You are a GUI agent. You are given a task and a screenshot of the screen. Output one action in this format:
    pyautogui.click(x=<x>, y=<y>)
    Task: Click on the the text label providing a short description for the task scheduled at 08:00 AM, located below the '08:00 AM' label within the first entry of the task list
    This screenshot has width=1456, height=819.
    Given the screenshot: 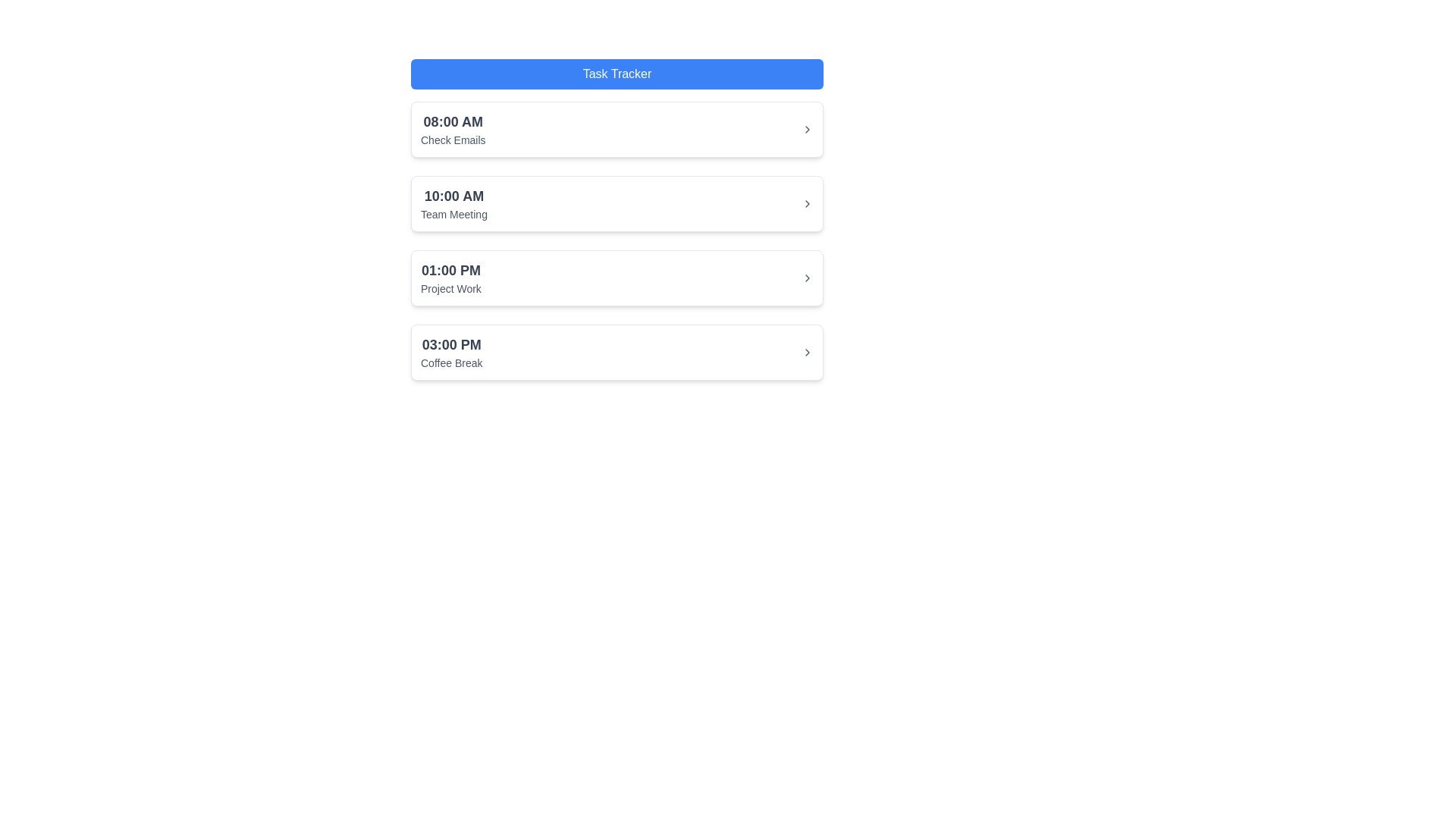 What is the action you would take?
    pyautogui.click(x=452, y=140)
    